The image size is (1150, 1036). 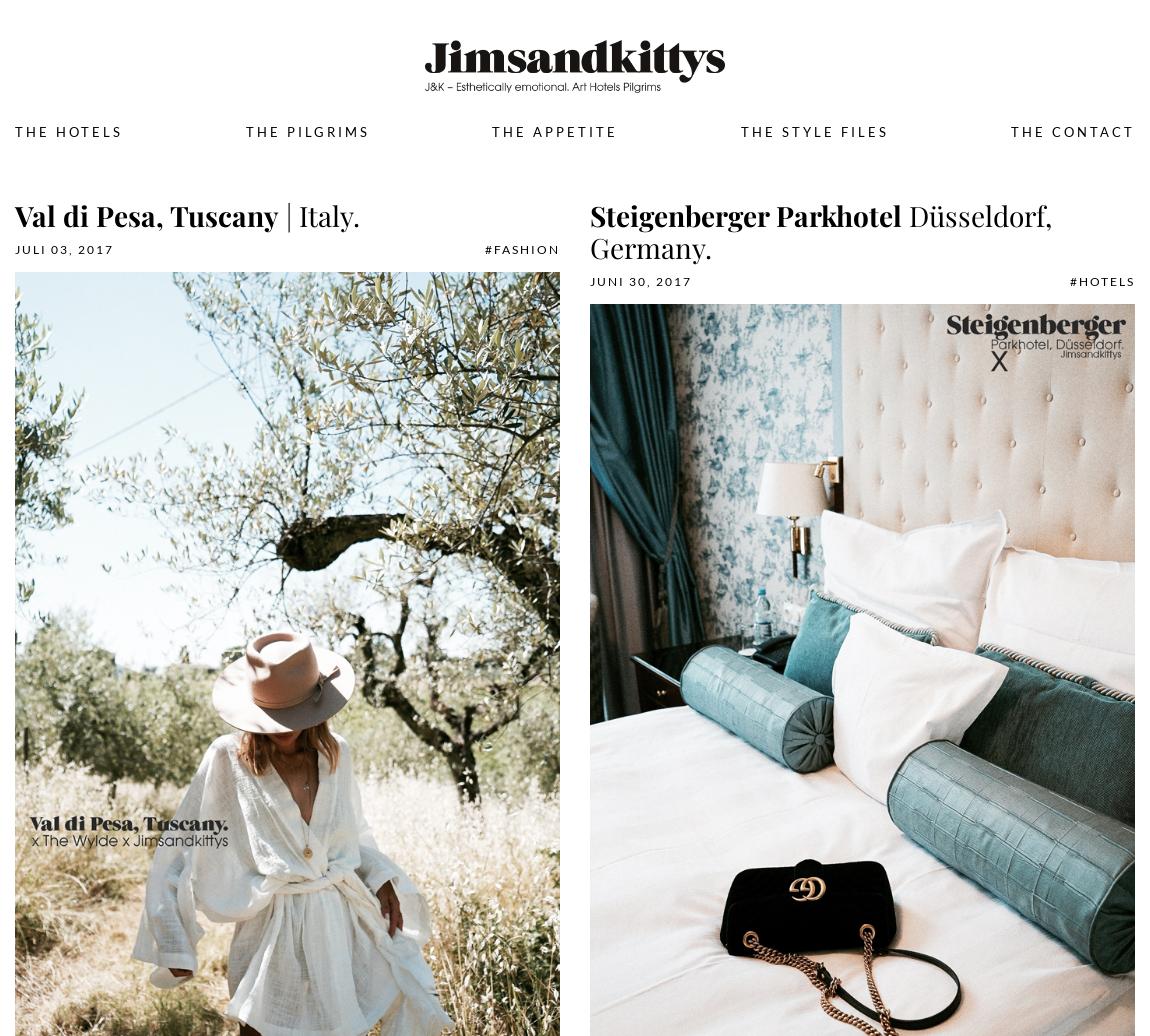 I want to click on 'The Appetite', so click(x=554, y=130).